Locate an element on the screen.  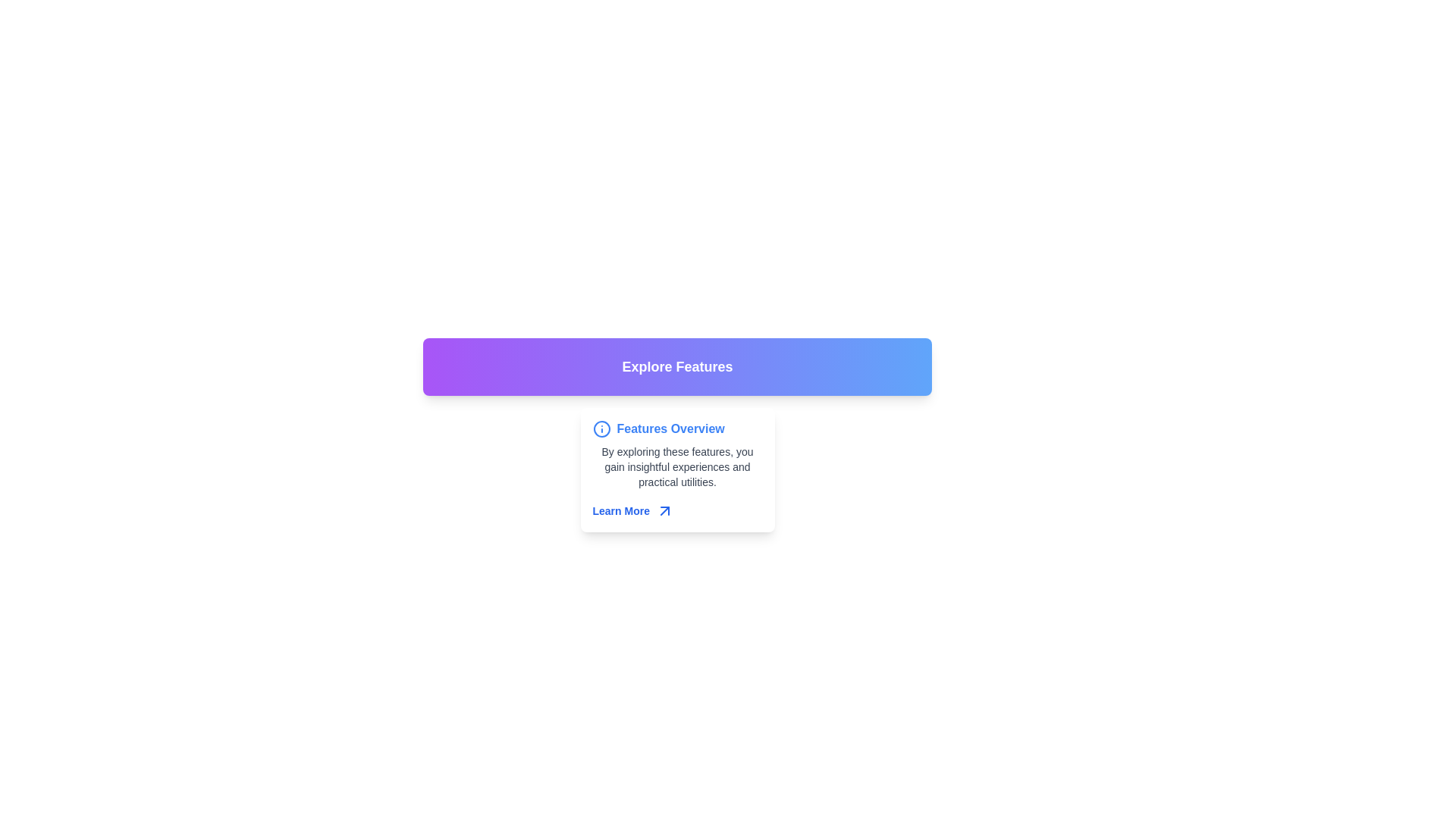
the decorative SVG circle element located in the upper-left corner of the card above the text 'Features Overview' is located at coordinates (601, 429).